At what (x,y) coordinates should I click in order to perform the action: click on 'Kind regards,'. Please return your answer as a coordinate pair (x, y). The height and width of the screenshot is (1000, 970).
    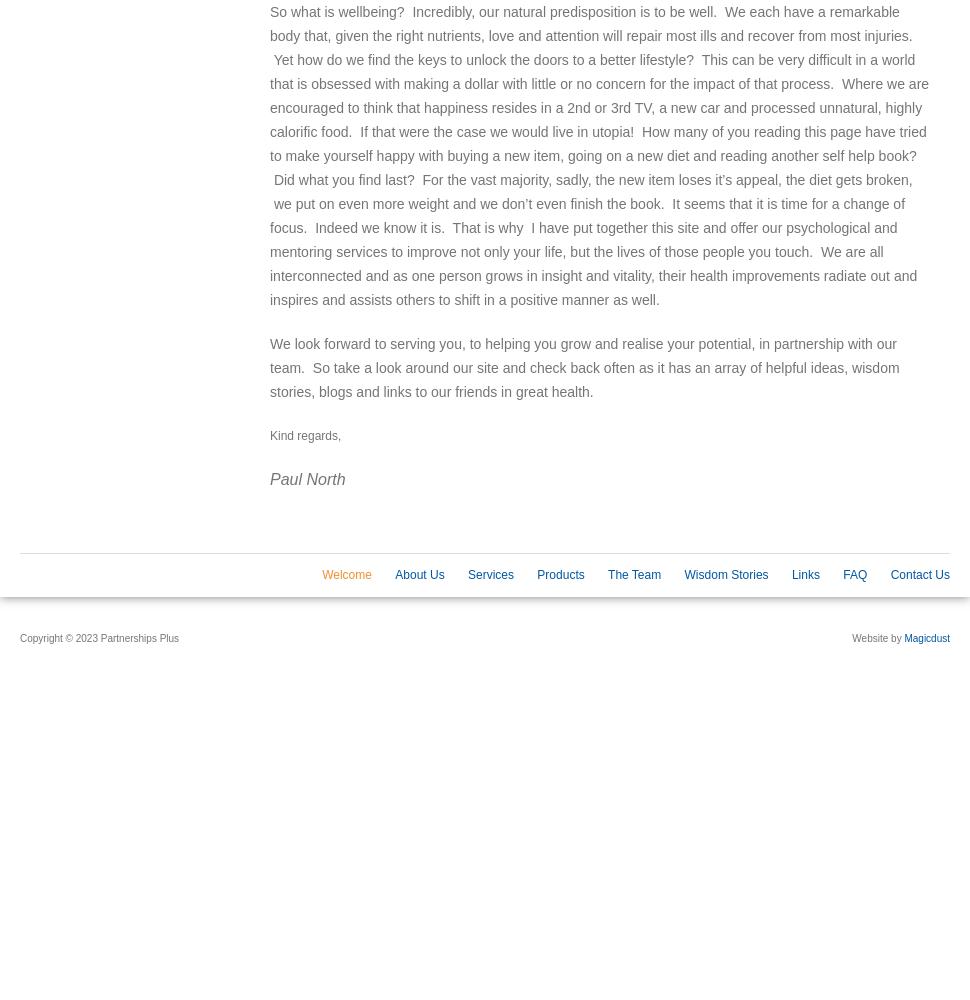
    Looking at the image, I should click on (305, 436).